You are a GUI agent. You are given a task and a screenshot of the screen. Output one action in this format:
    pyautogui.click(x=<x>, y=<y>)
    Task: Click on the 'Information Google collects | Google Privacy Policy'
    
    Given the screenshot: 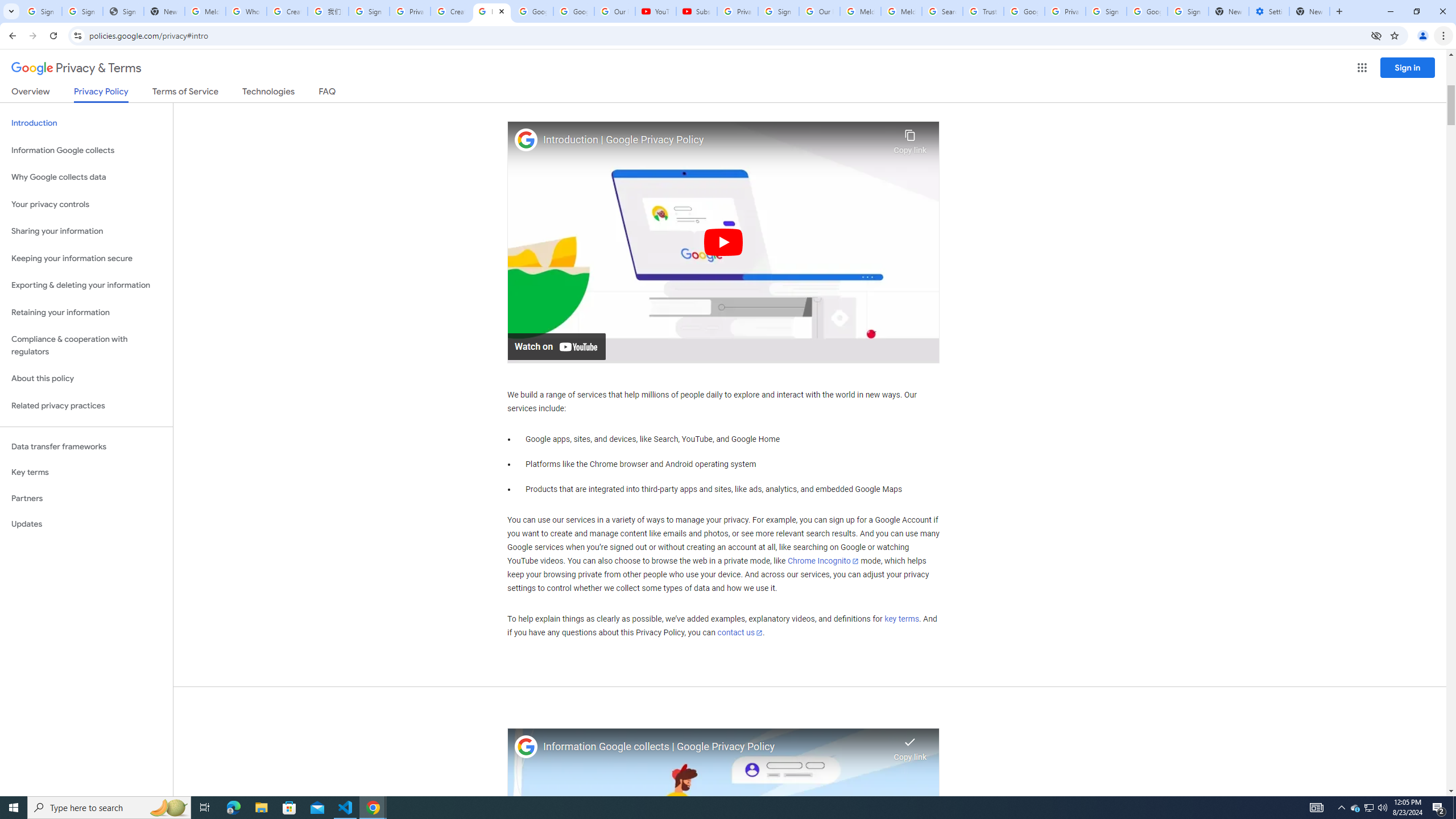 What is the action you would take?
    pyautogui.click(x=715, y=747)
    